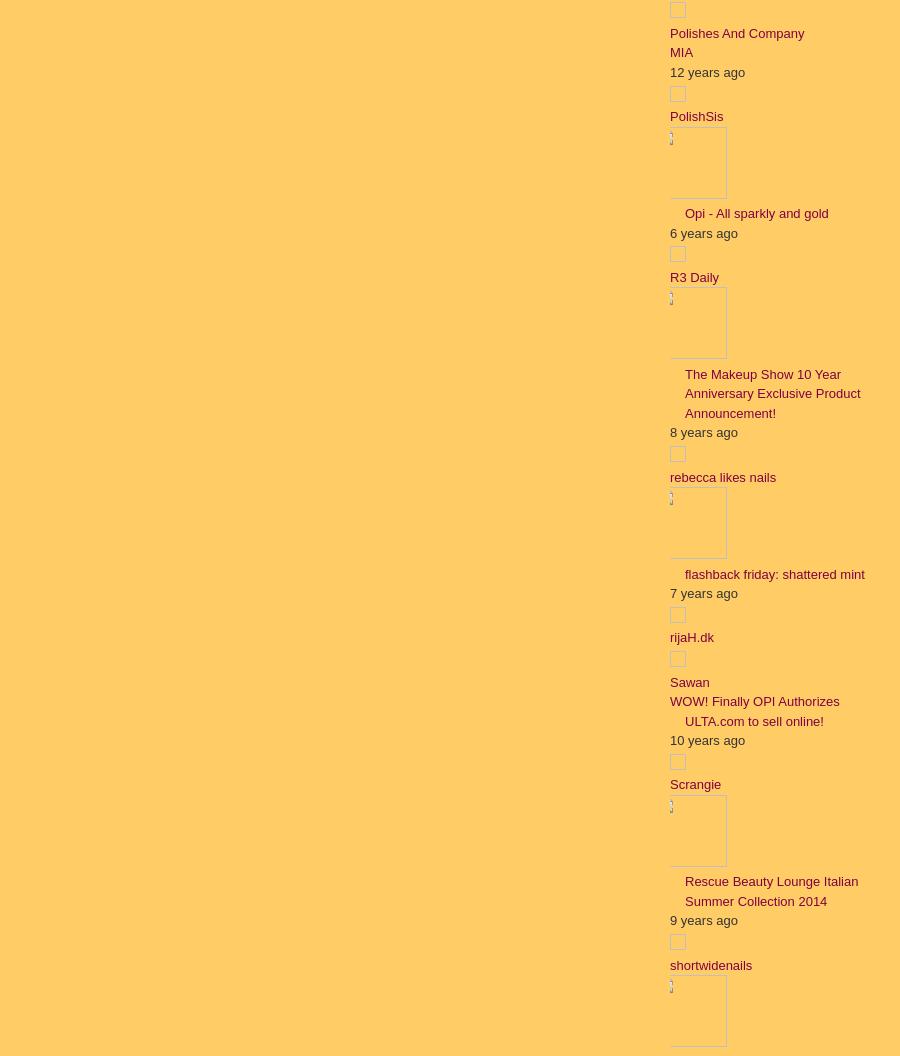  I want to click on 'rebecca likes nails', so click(669, 475).